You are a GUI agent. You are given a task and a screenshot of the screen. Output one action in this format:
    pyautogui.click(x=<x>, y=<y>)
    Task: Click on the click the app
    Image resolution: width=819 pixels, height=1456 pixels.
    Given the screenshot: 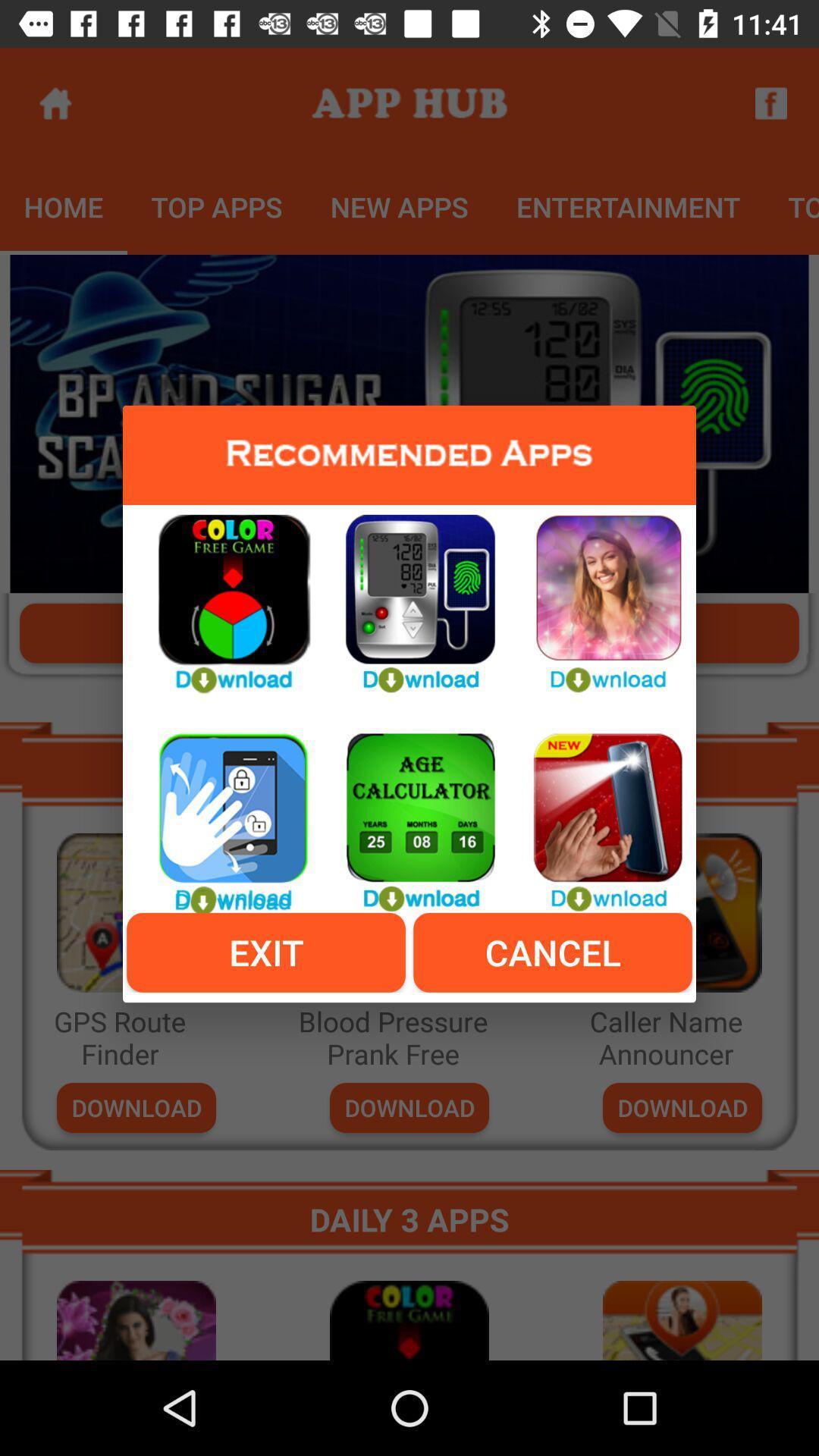 What is the action you would take?
    pyautogui.click(x=222, y=594)
    